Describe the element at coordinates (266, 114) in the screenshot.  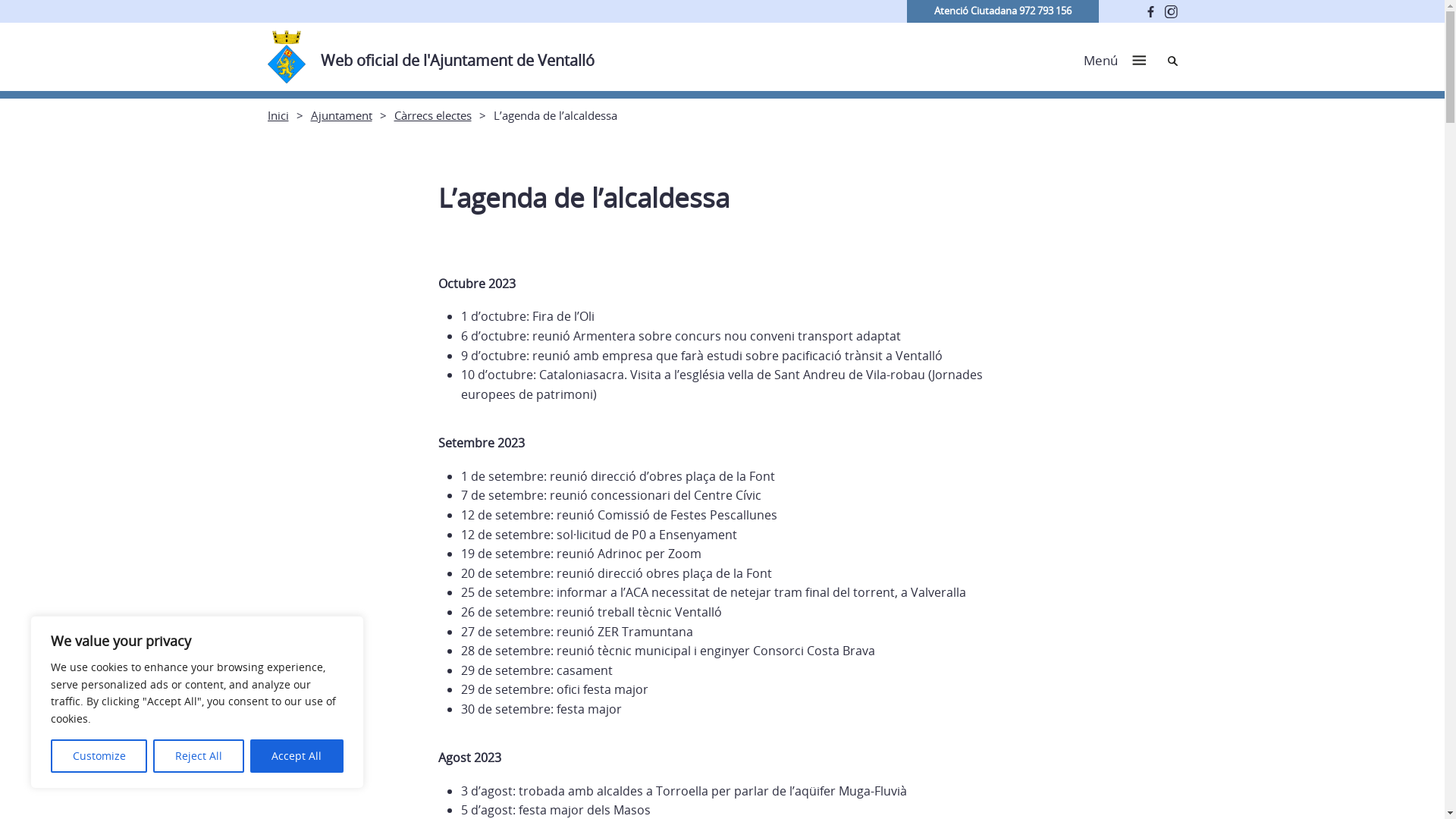
I see `'Inici'` at that location.